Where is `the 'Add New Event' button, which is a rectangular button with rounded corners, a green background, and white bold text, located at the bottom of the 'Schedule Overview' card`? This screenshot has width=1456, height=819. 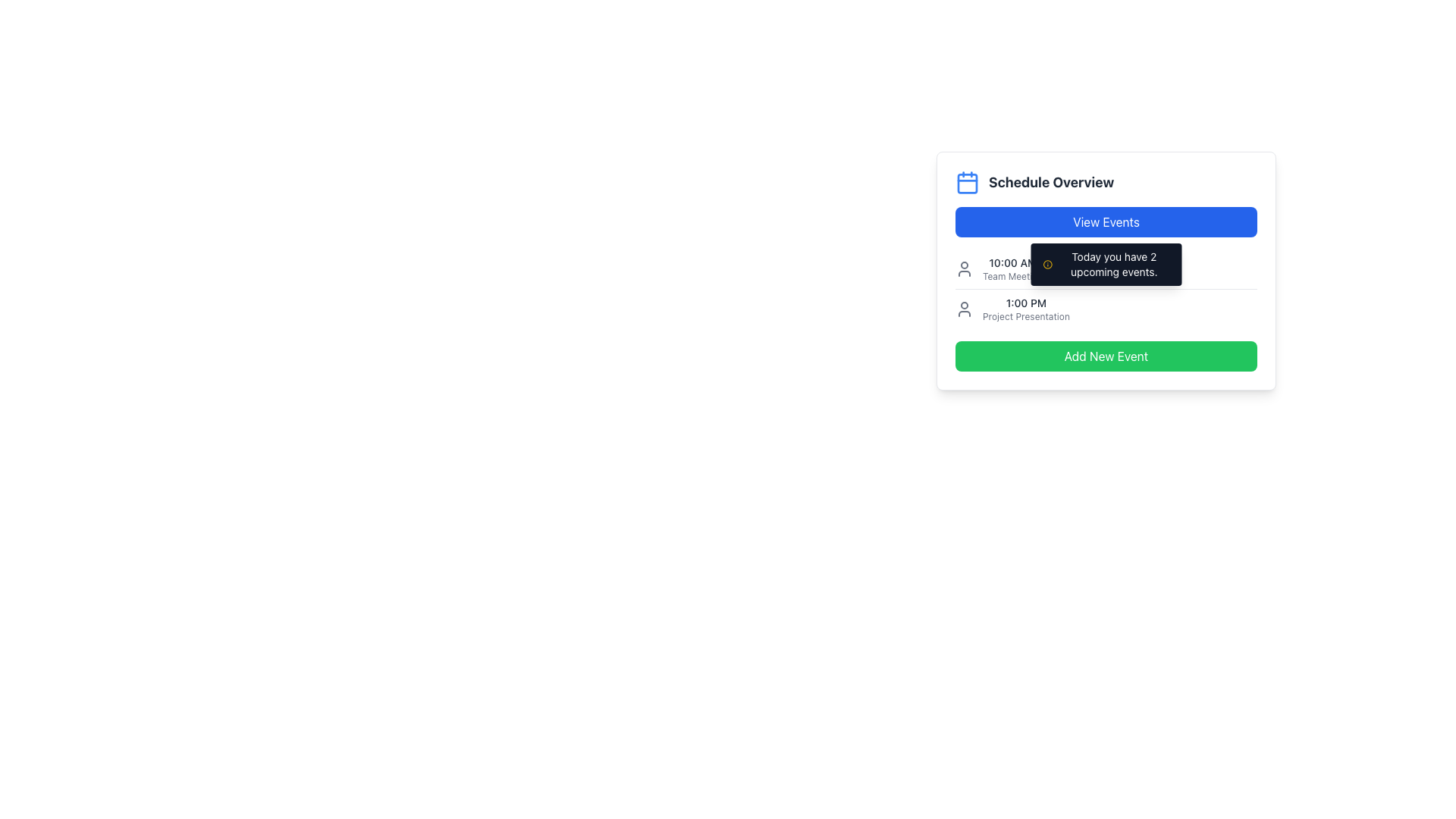 the 'Add New Event' button, which is a rectangular button with rounded corners, a green background, and white bold text, located at the bottom of the 'Schedule Overview' card is located at coordinates (1106, 356).